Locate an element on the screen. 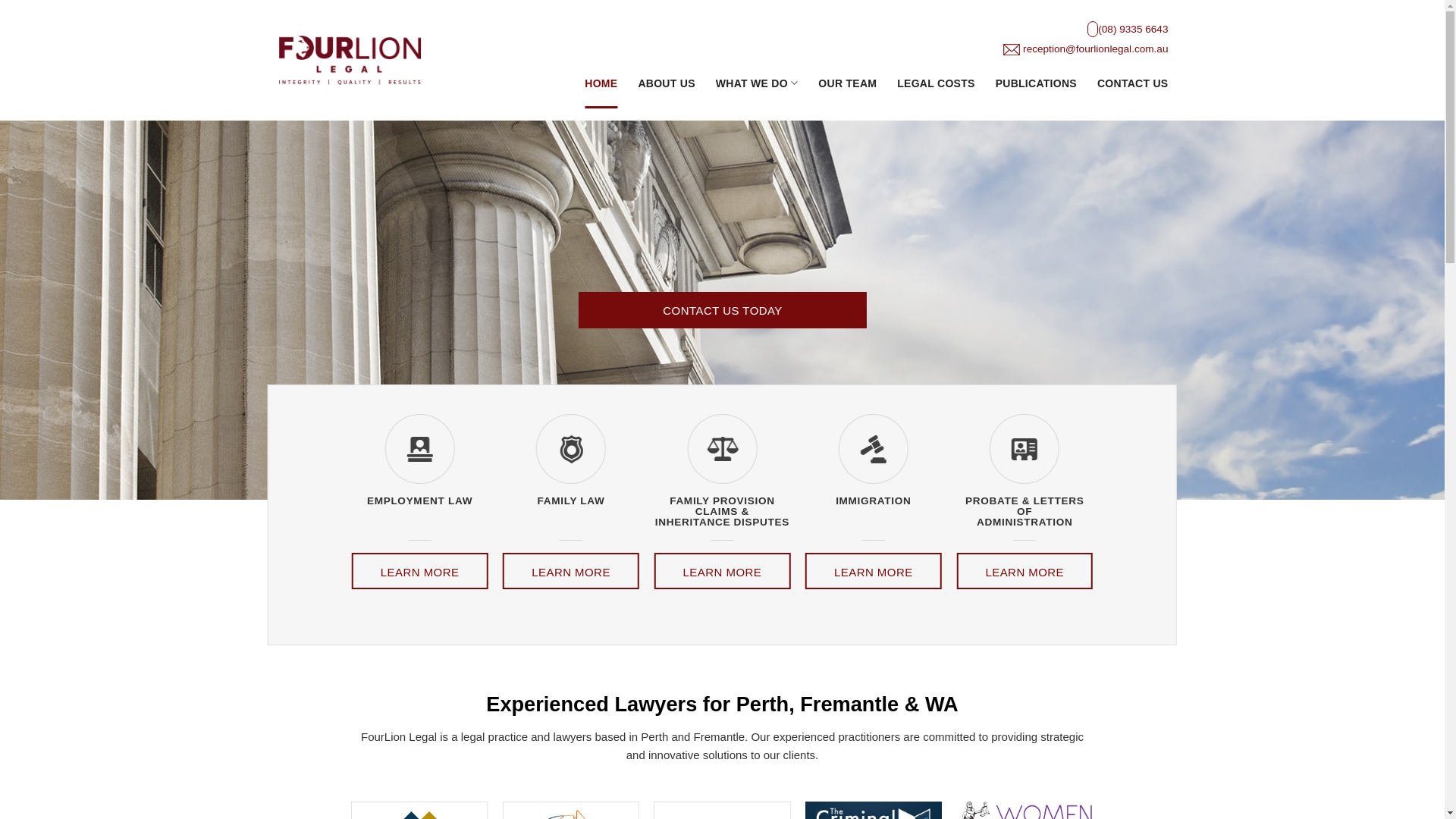  'ABOUT US' is located at coordinates (666, 83).